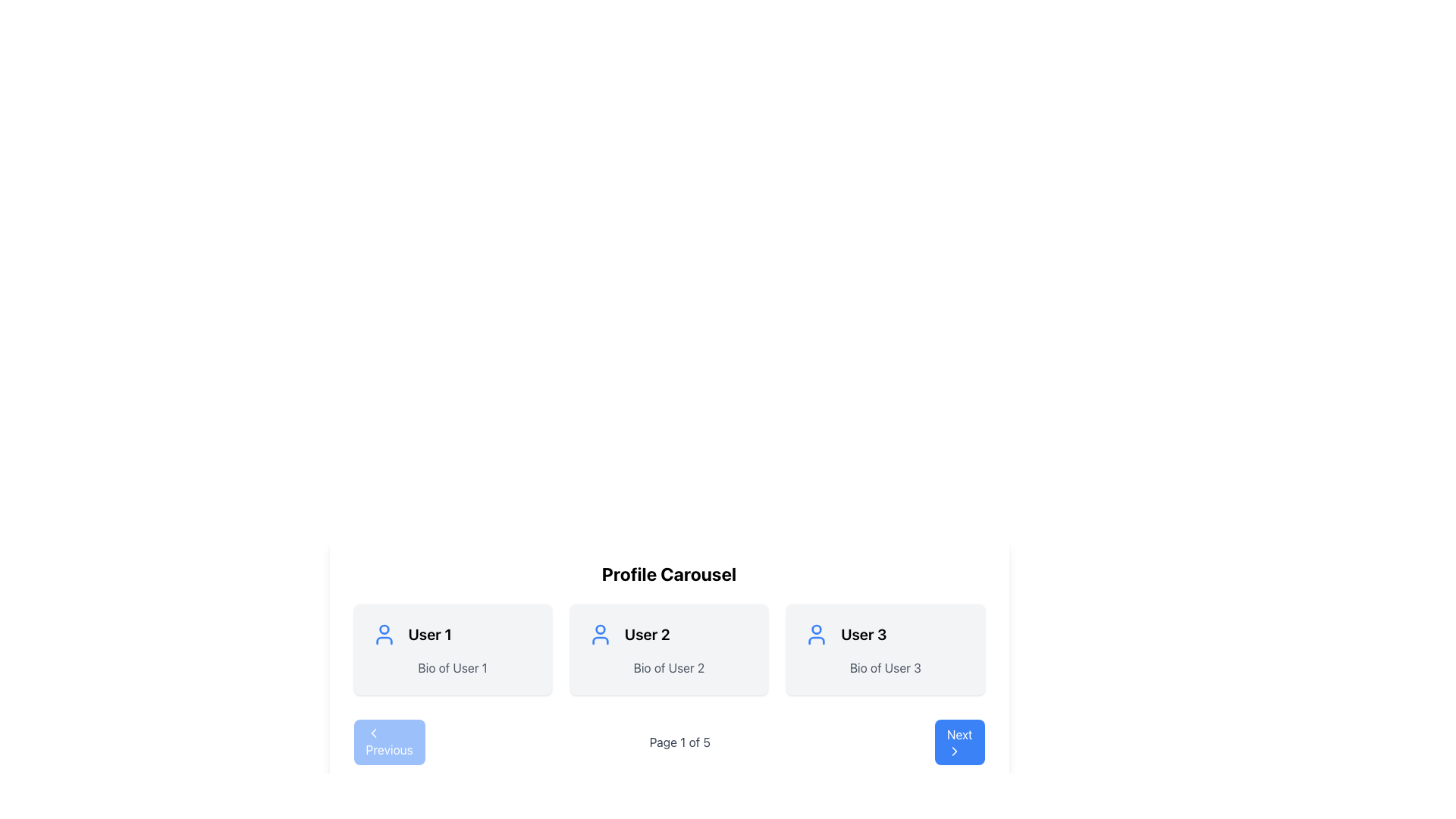 This screenshot has width=1456, height=819. Describe the element at coordinates (668, 573) in the screenshot. I see `the static text header that serves as the title for the profile carousel section, which is centrally aligned at the top of the panel` at that location.